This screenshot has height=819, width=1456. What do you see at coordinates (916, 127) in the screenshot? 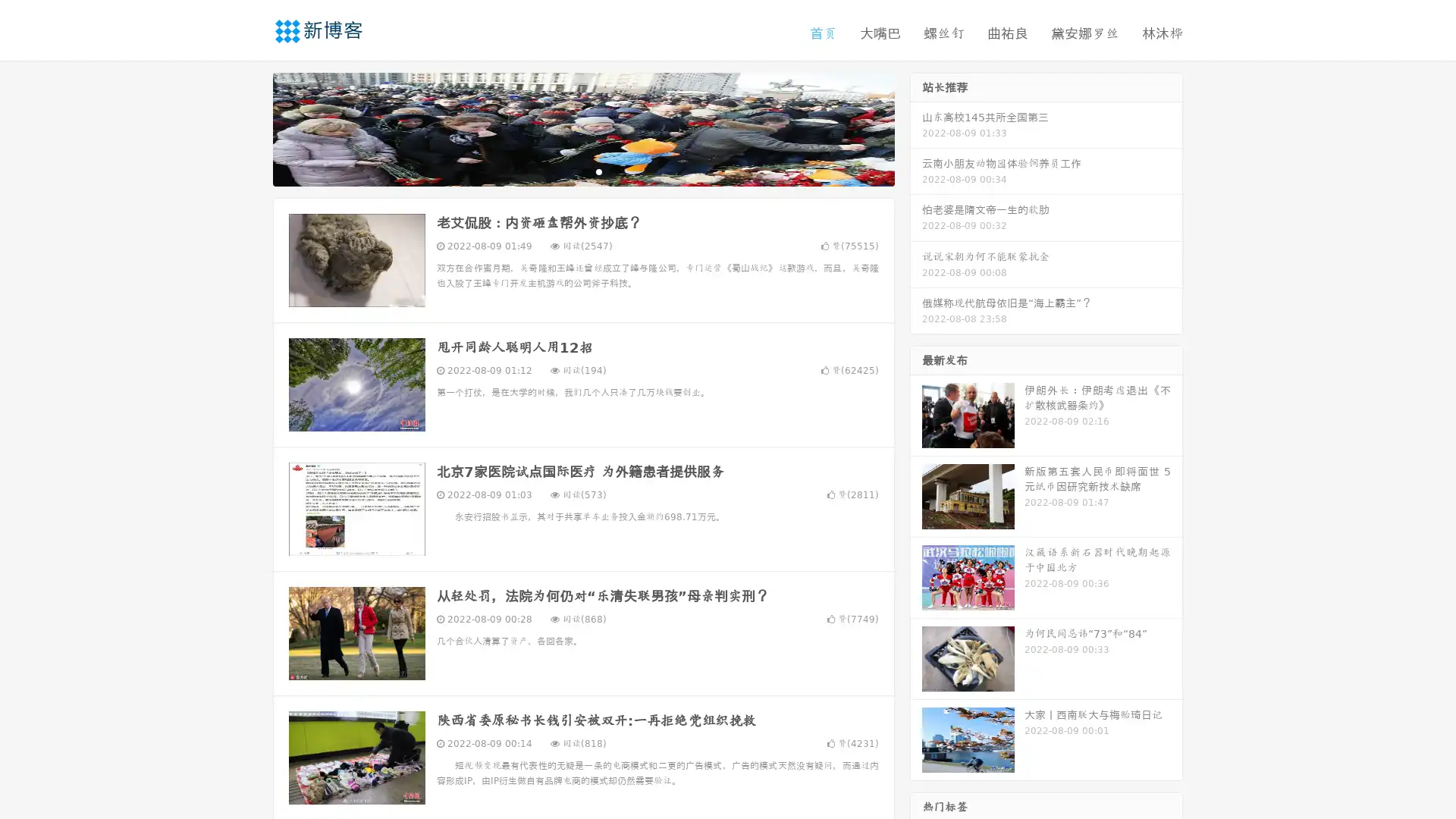
I see `Next slide` at bounding box center [916, 127].